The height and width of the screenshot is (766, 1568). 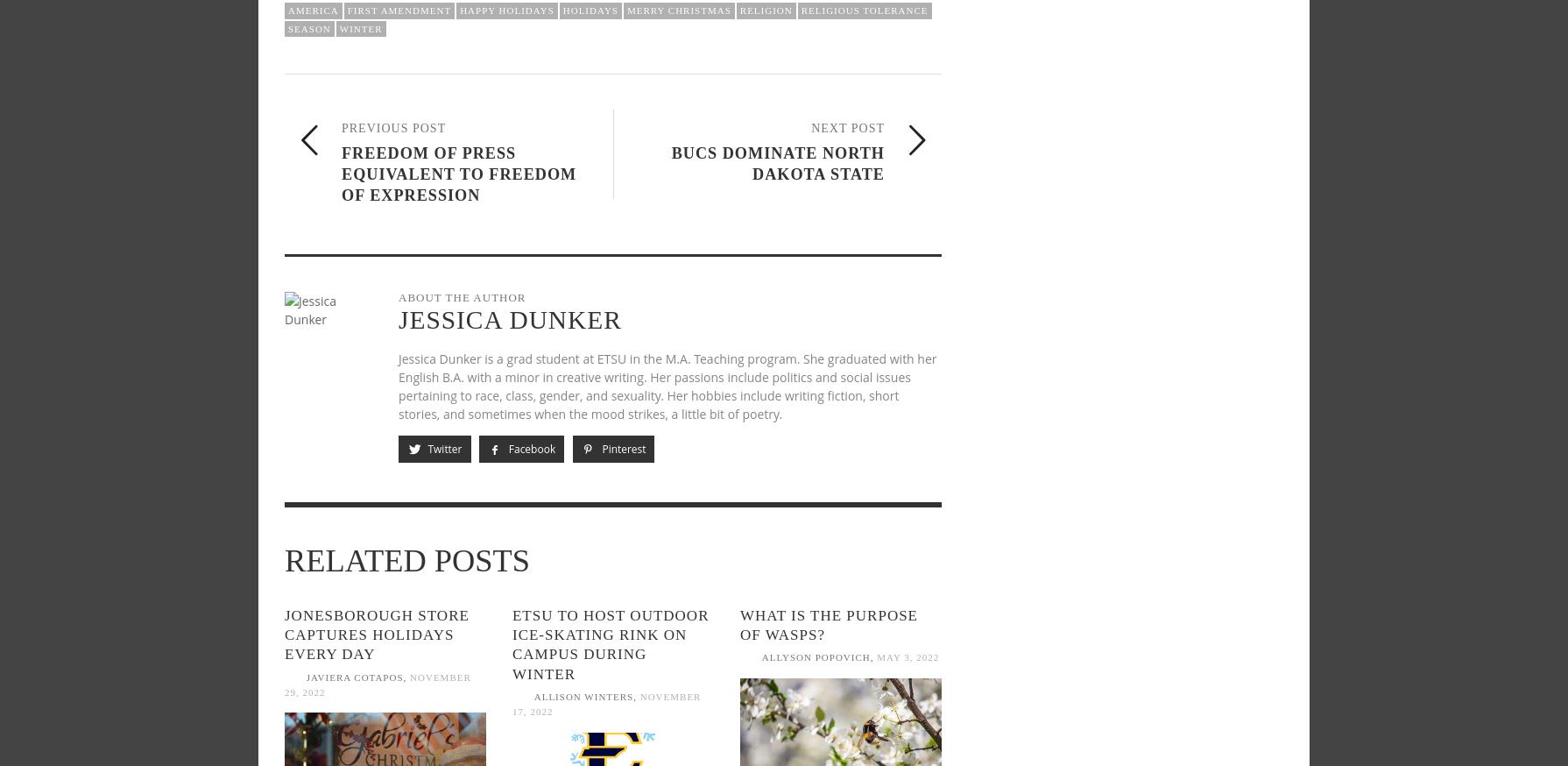 I want to click on 'season', so click(x=308, y=26).